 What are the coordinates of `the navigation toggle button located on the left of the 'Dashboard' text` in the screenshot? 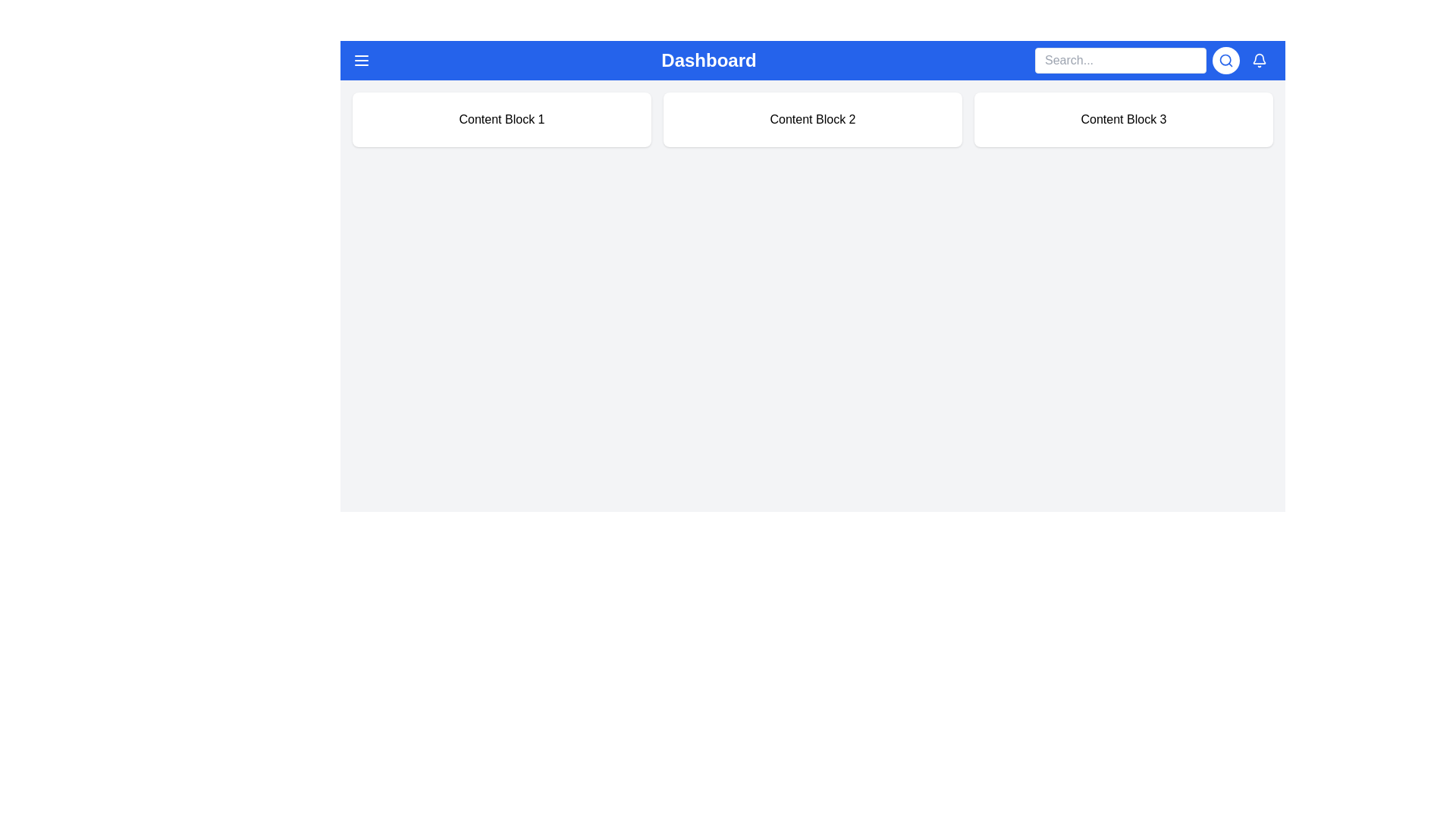 It's located at (360, 60).